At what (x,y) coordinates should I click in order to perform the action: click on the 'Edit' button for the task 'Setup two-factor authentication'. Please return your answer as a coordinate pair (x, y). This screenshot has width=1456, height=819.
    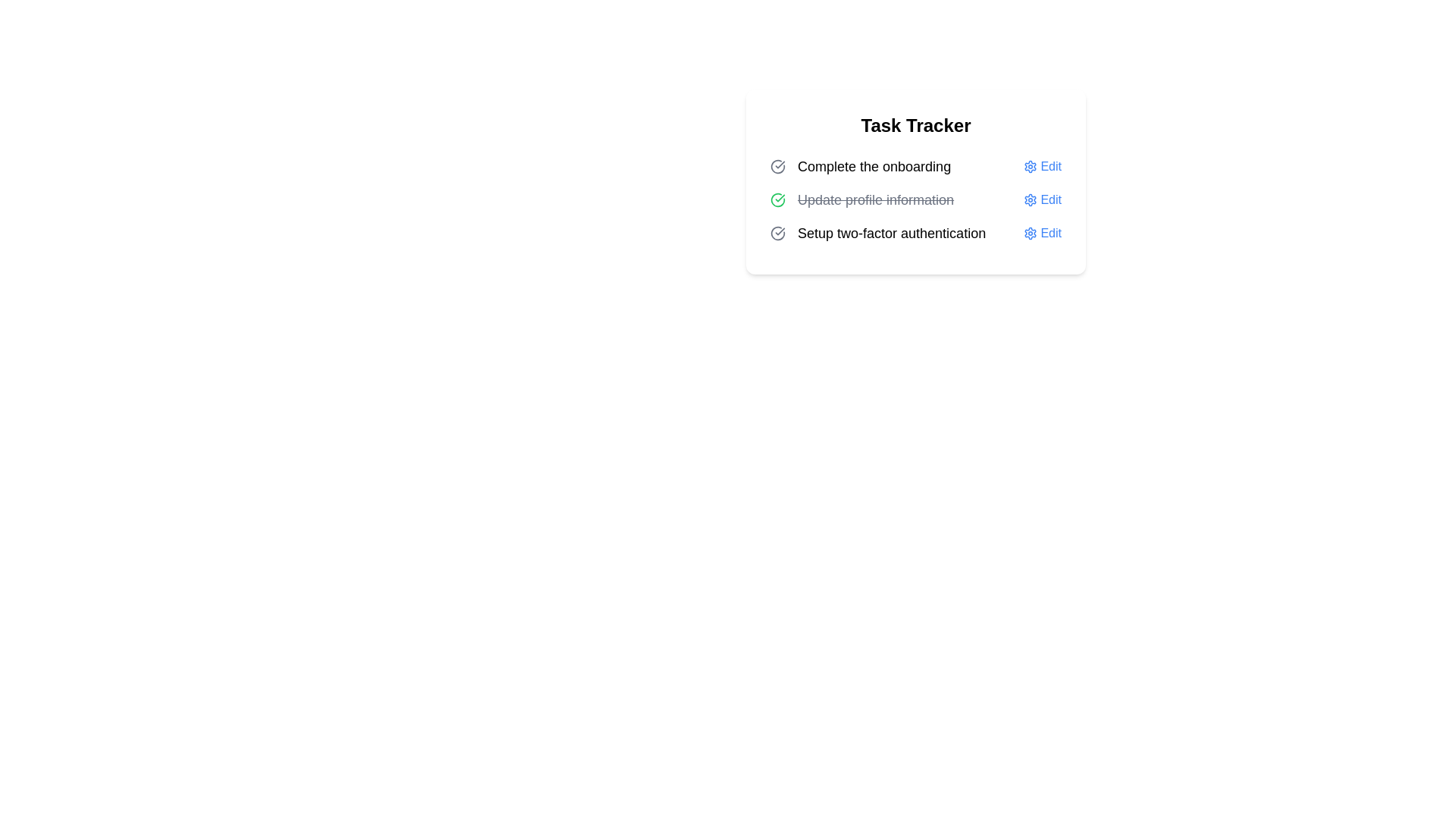
    Looking at the image, I should click on (1042, 234).